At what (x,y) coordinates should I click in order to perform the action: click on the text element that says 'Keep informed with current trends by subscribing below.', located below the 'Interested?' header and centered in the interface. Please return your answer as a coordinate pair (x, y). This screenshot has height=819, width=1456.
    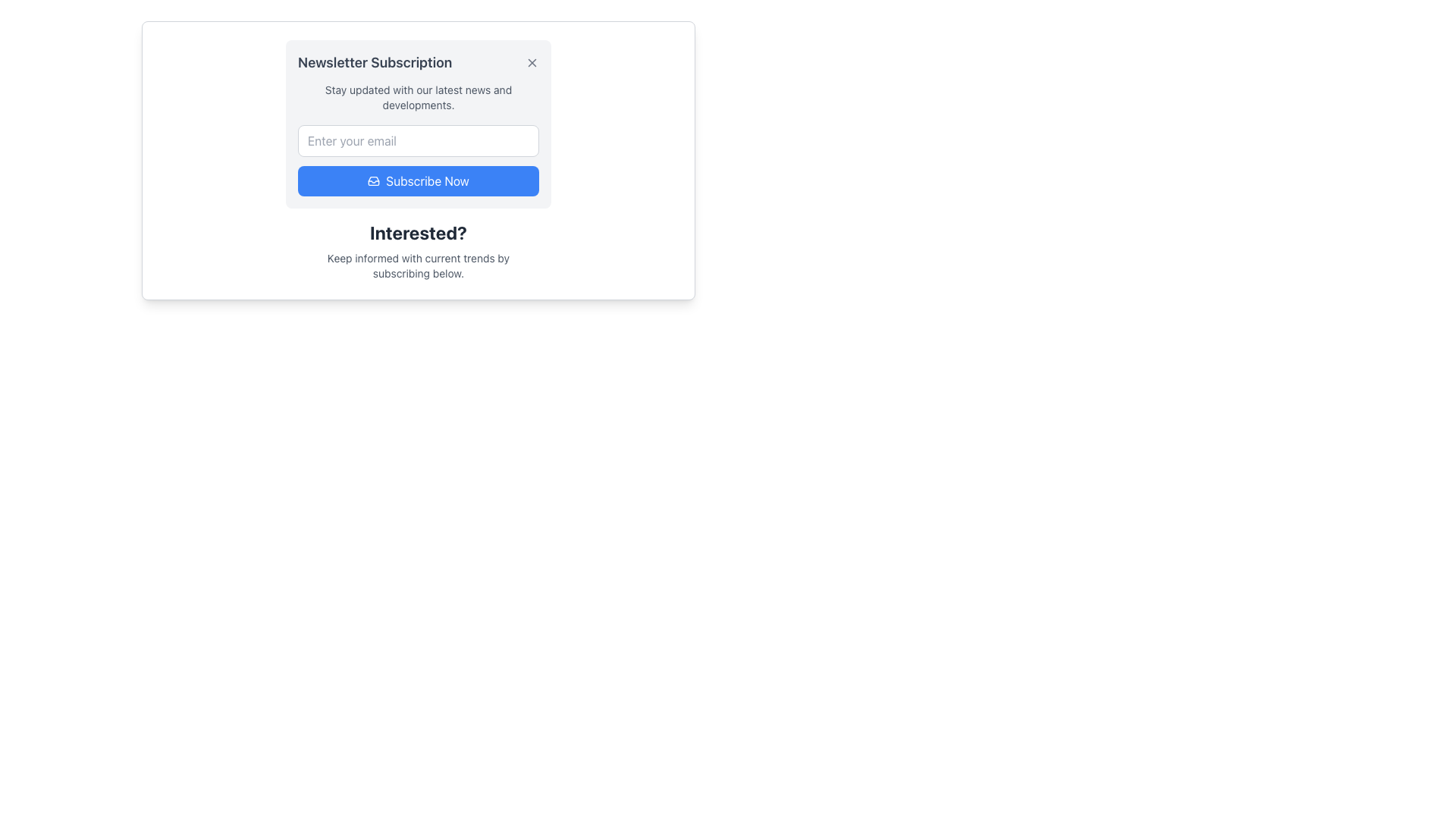
    Looking at the image, I should click on (419, 265).